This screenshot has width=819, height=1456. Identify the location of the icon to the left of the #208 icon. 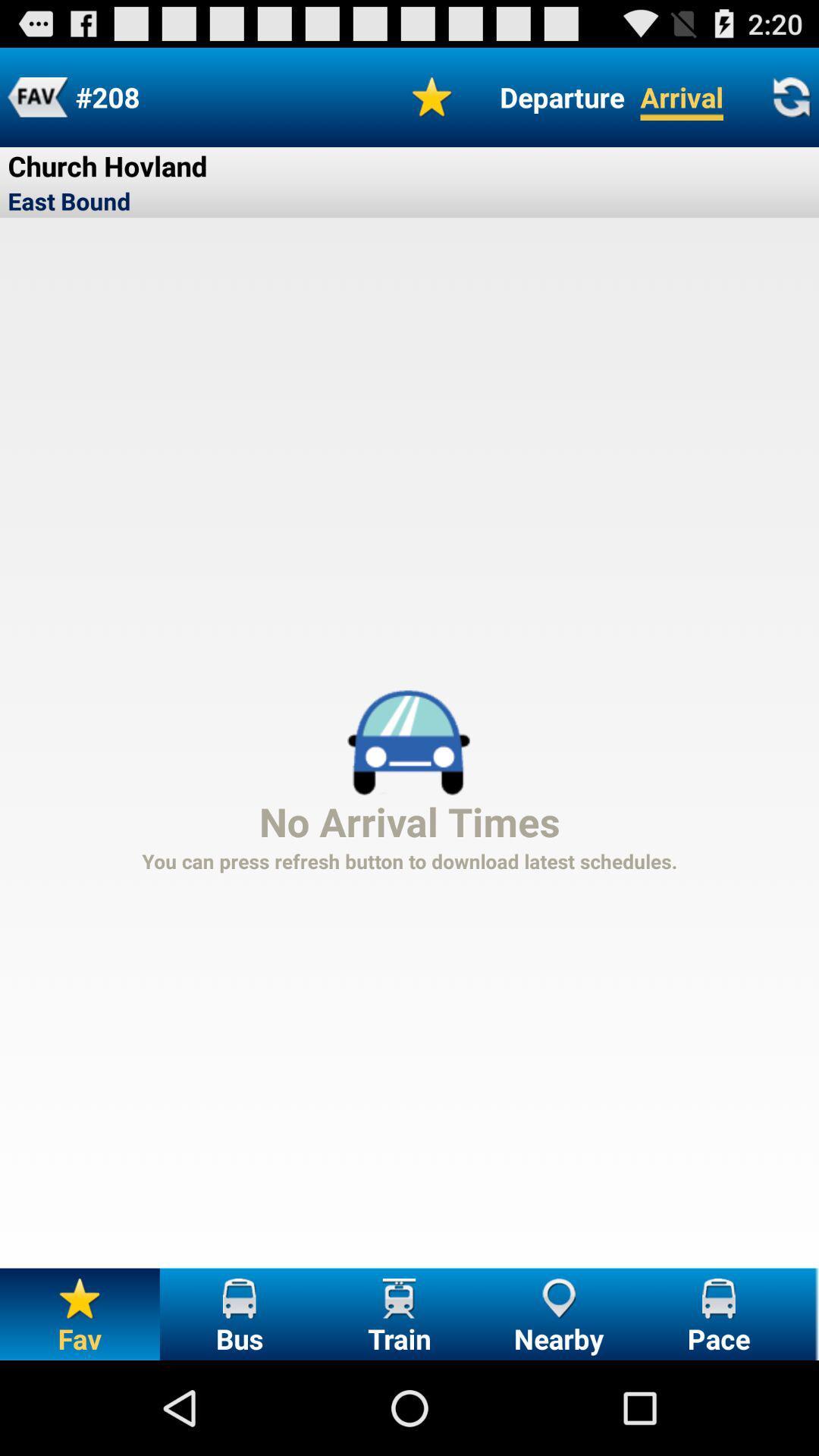
(36, 96).